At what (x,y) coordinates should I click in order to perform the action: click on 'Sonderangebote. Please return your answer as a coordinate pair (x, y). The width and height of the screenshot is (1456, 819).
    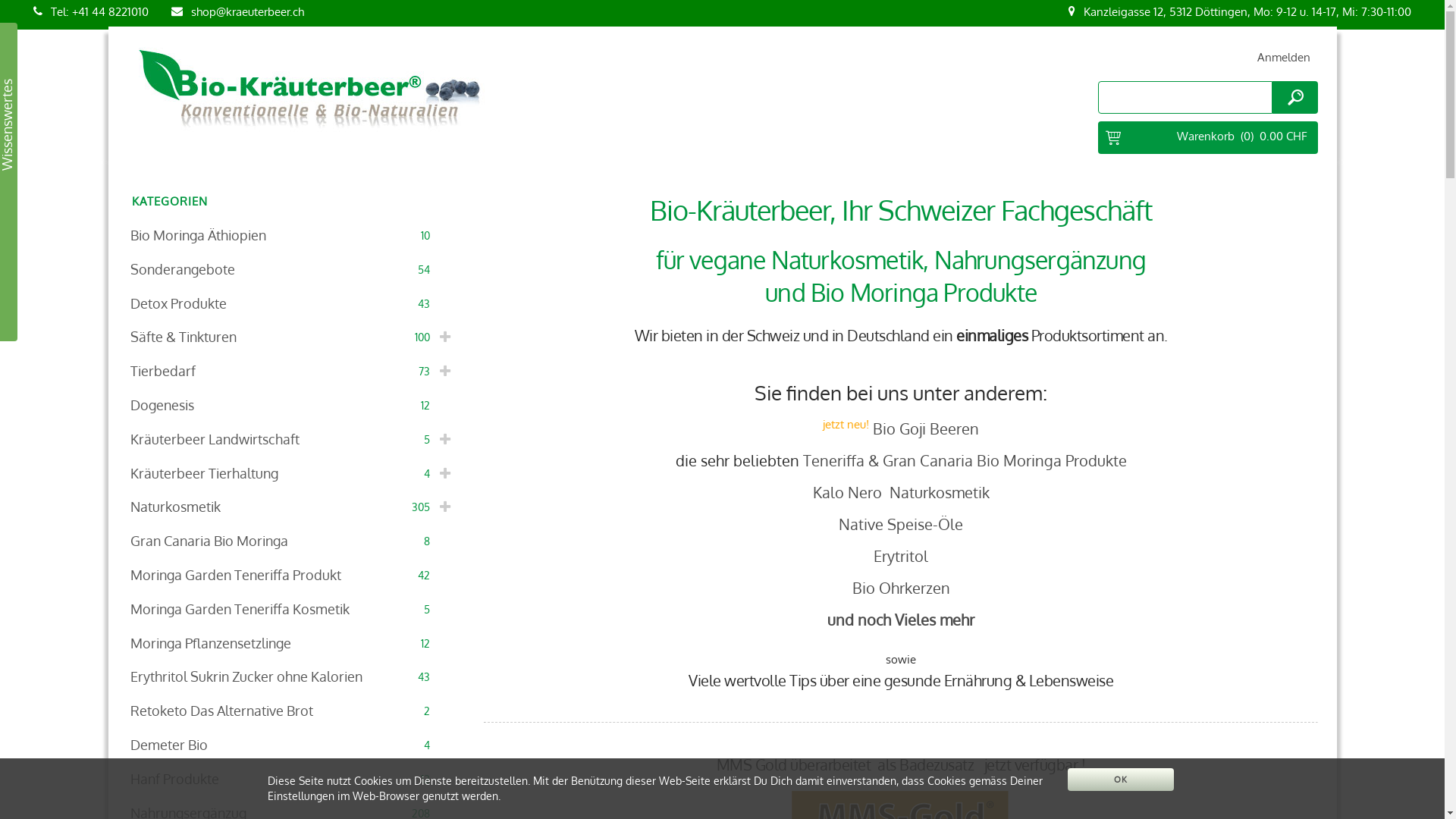
    Looking at the image, I should click on (293, 268).